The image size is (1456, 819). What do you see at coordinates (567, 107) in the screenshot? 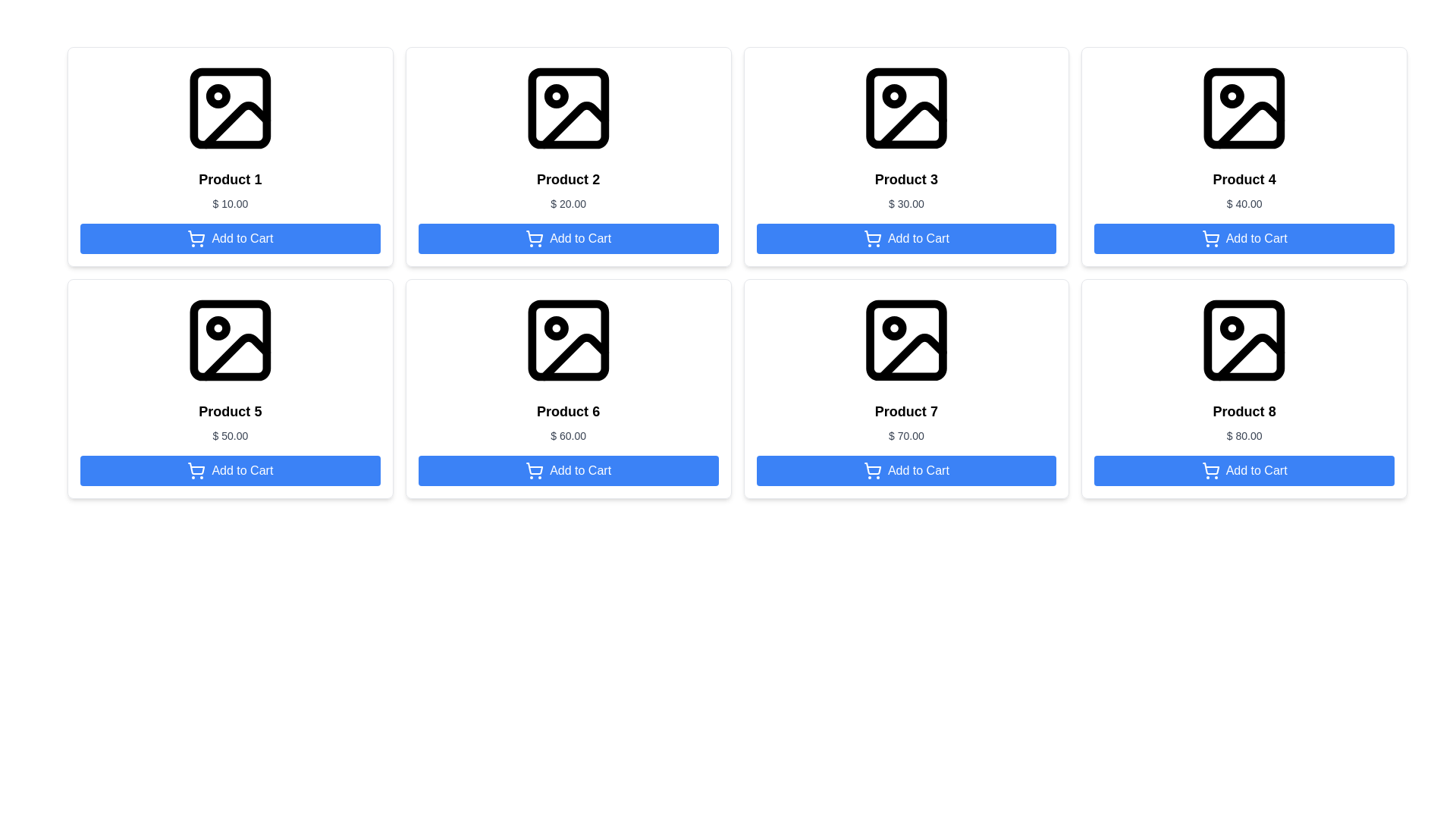
I see `the square-shaped image placeholder with rounded corners that represents an image preview for 'Product 2'` at bounding box center [567, 107].